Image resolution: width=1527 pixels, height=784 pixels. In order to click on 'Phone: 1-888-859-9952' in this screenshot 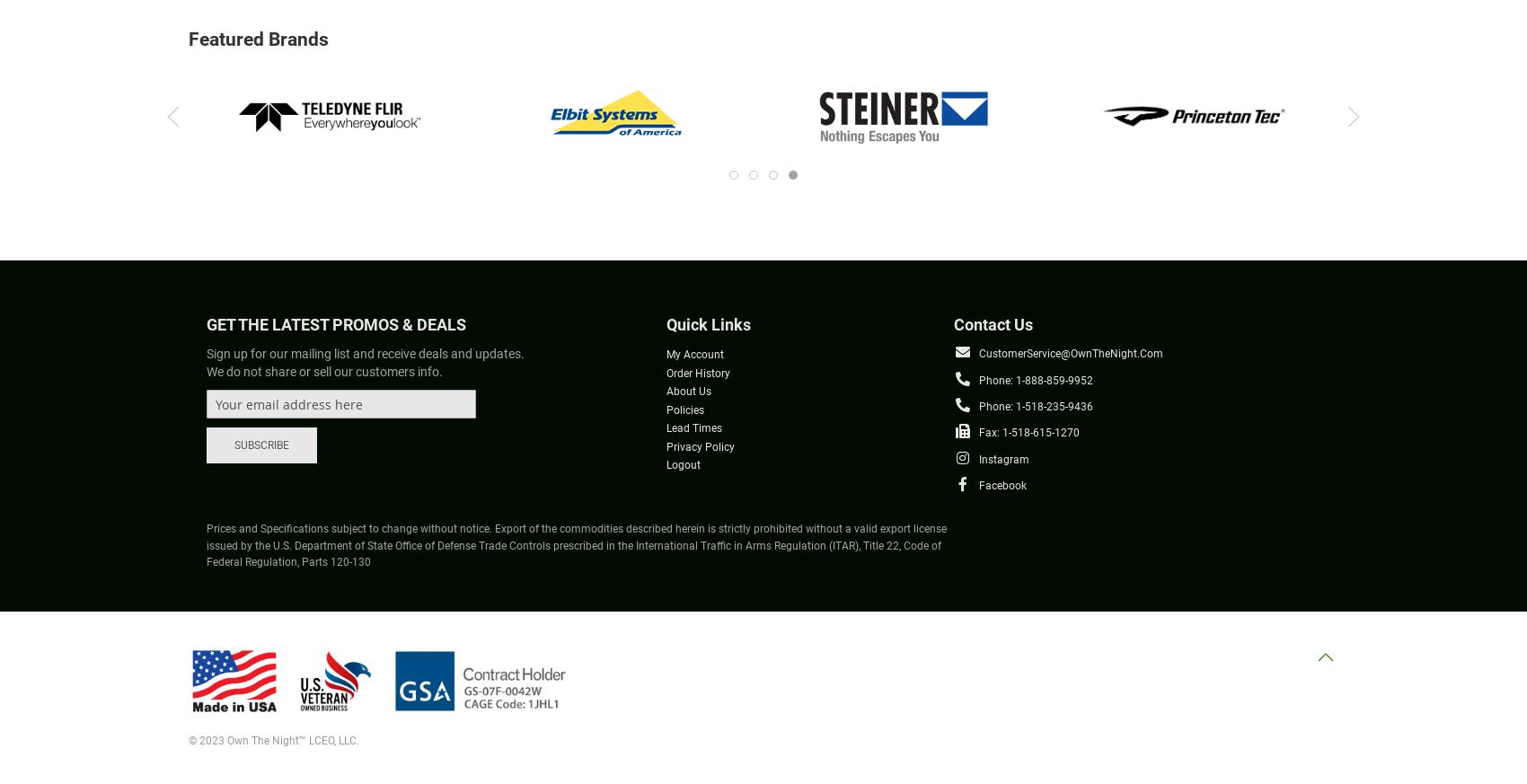, I will do `click(1034, 378)`.